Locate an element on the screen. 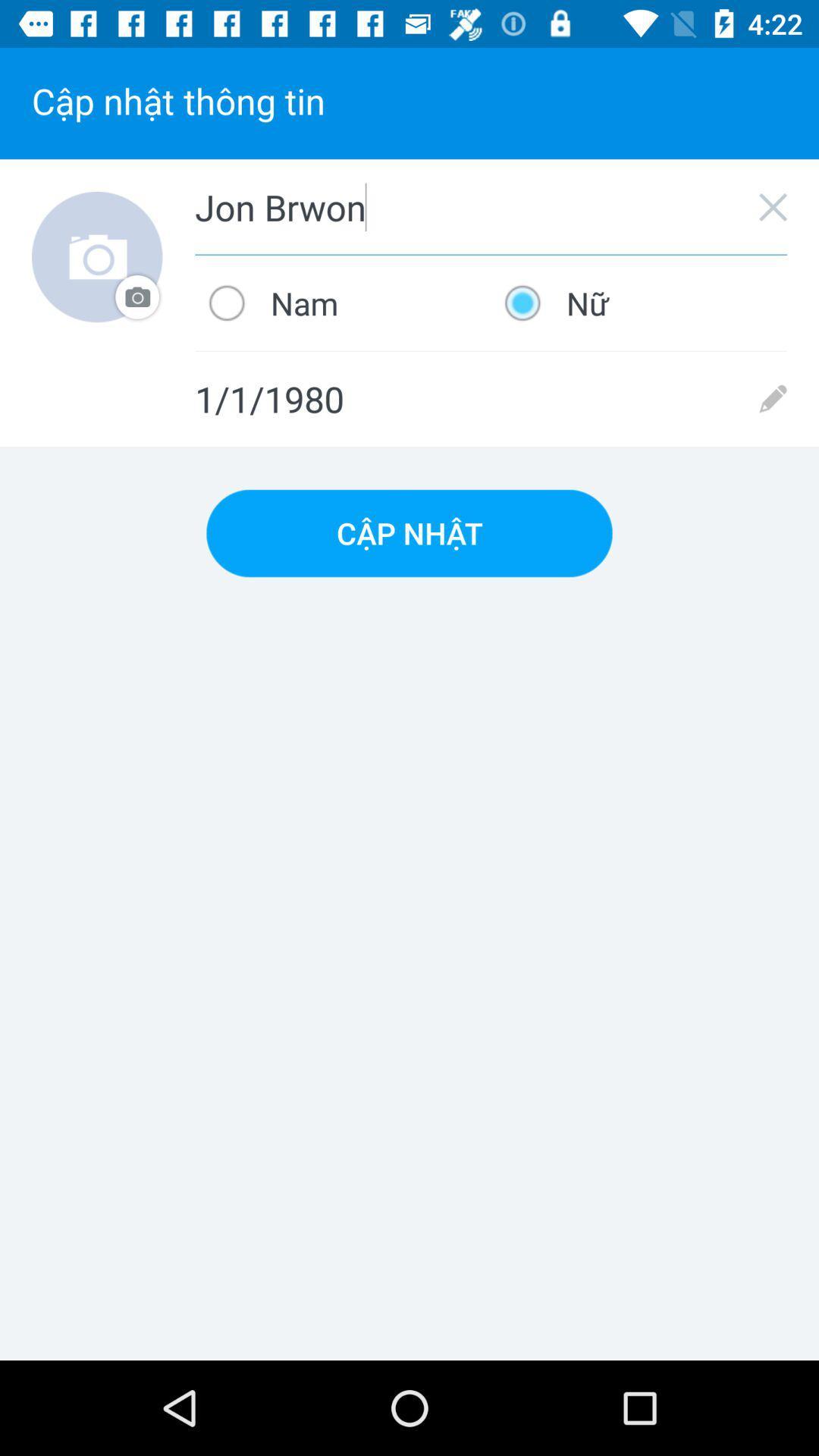  the nam icon is located at coordinates (343, 303).